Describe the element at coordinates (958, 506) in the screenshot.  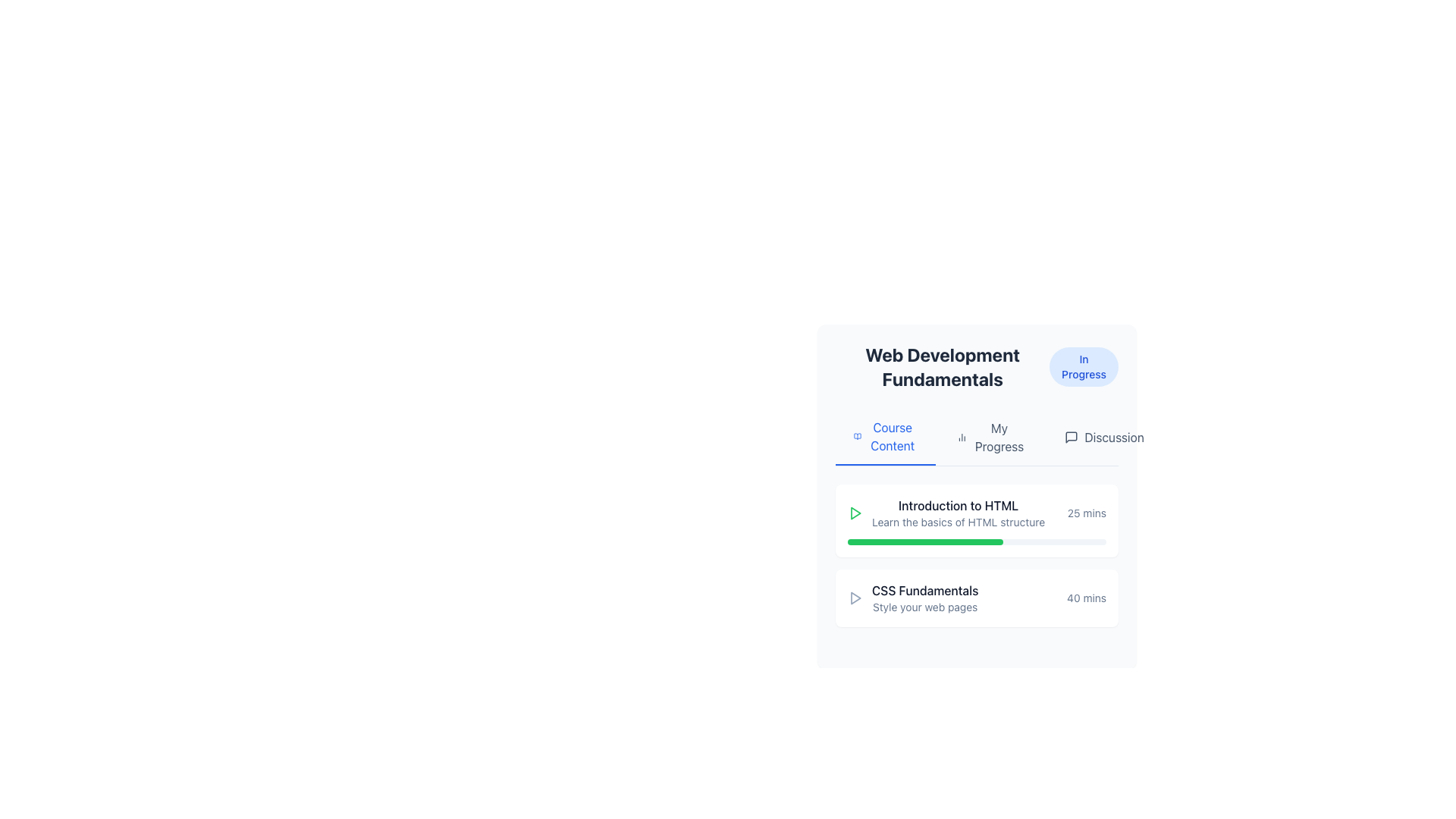
I see `static text label displaying 'Introduction to HTML', which is the first item in the list of the section titled 'Web Development Fundamentals'` at that location.